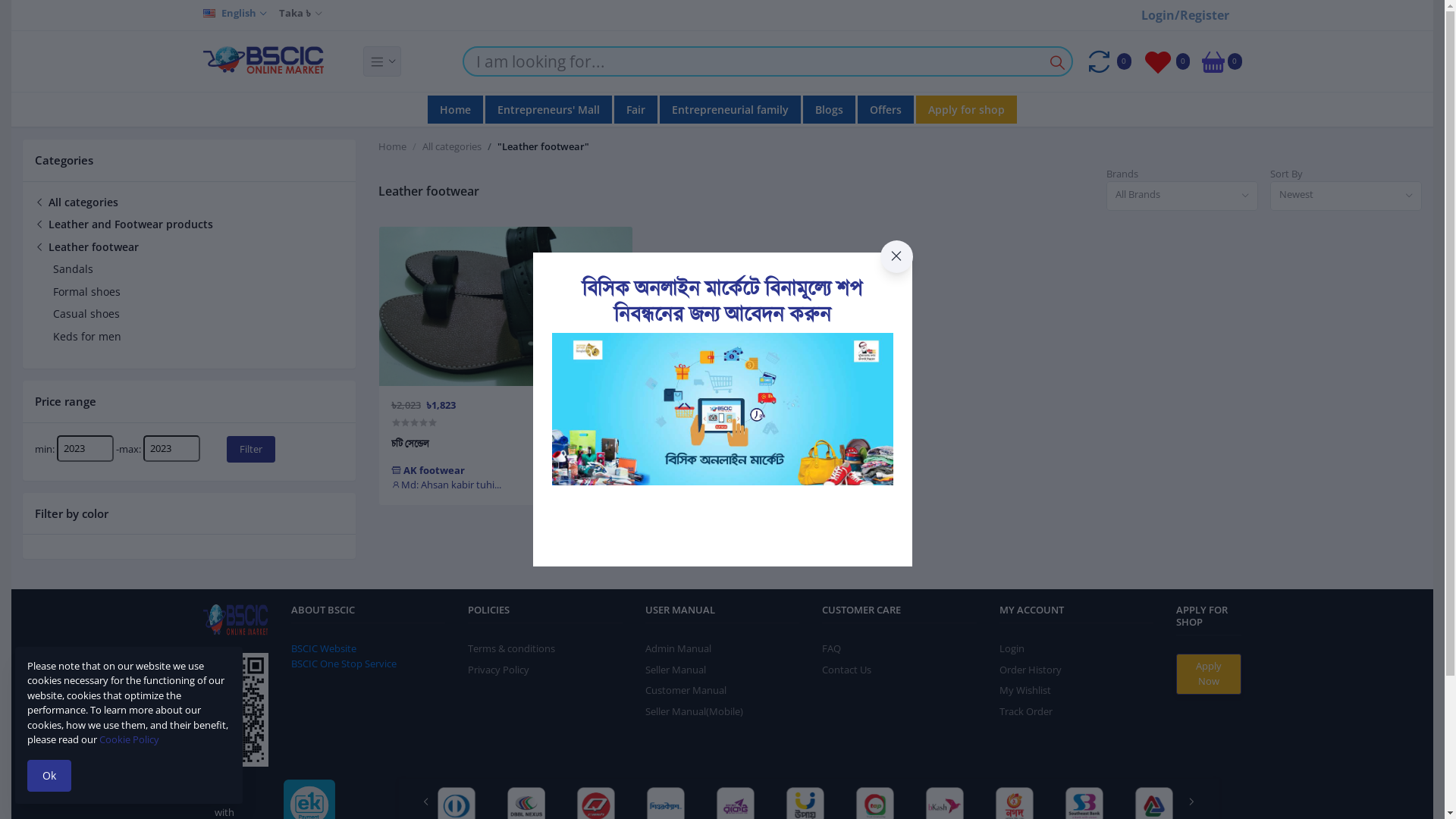 Image resolution: width=1456 pixels, height=819 pixels. What do you see at coordinates (445, 485) in the screenshot?
I see `'Md: Ahsan kabir tuhi...'` at bounding box center [445, 485].